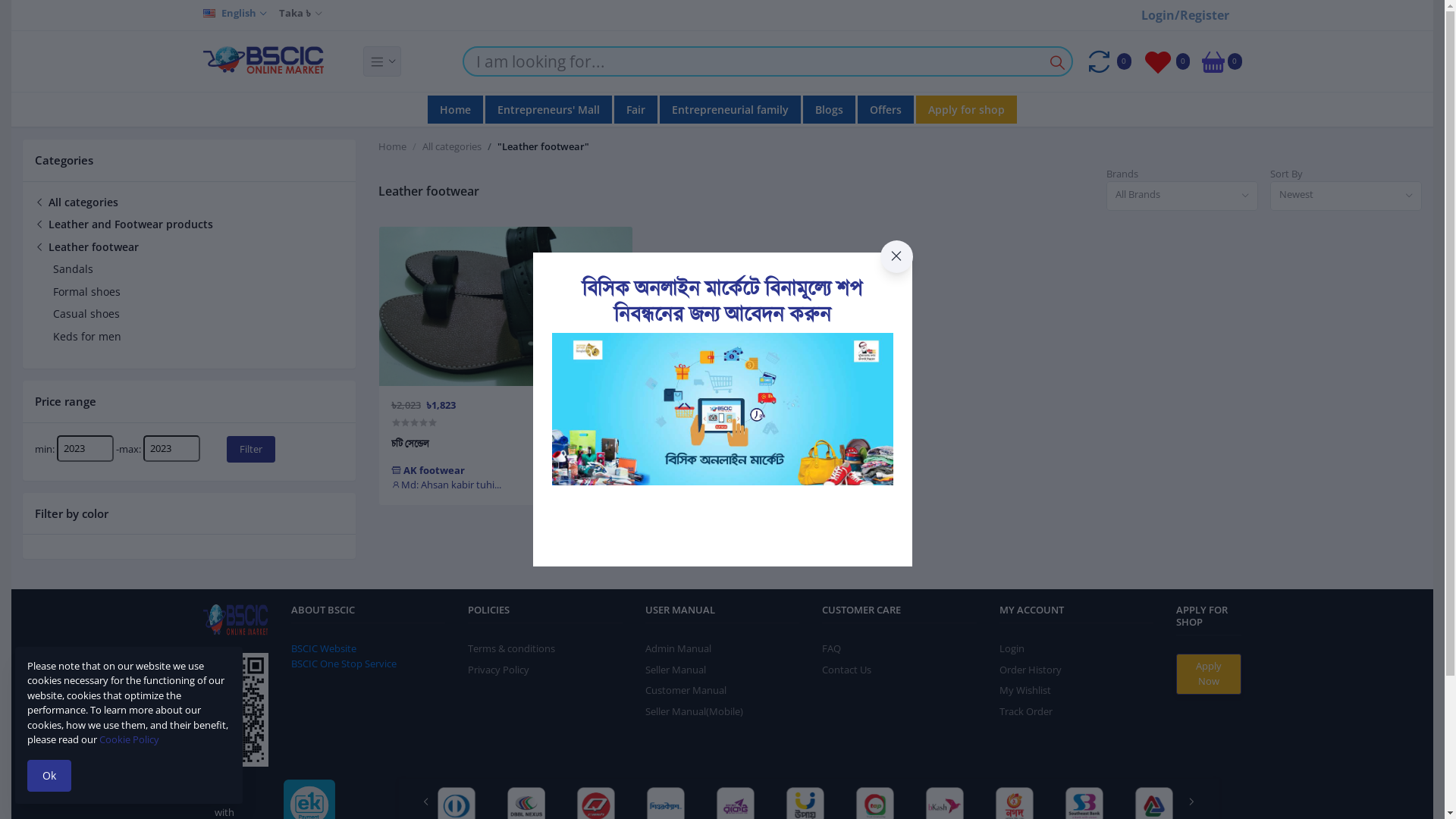 Image resolution: width=1456 pixels, height=819 pixels. What do you see at coordinates (445, 485) in the screenshot?
I see `'Md: Ahsan kabir tuhi...'` at bounding box center [445, 485].